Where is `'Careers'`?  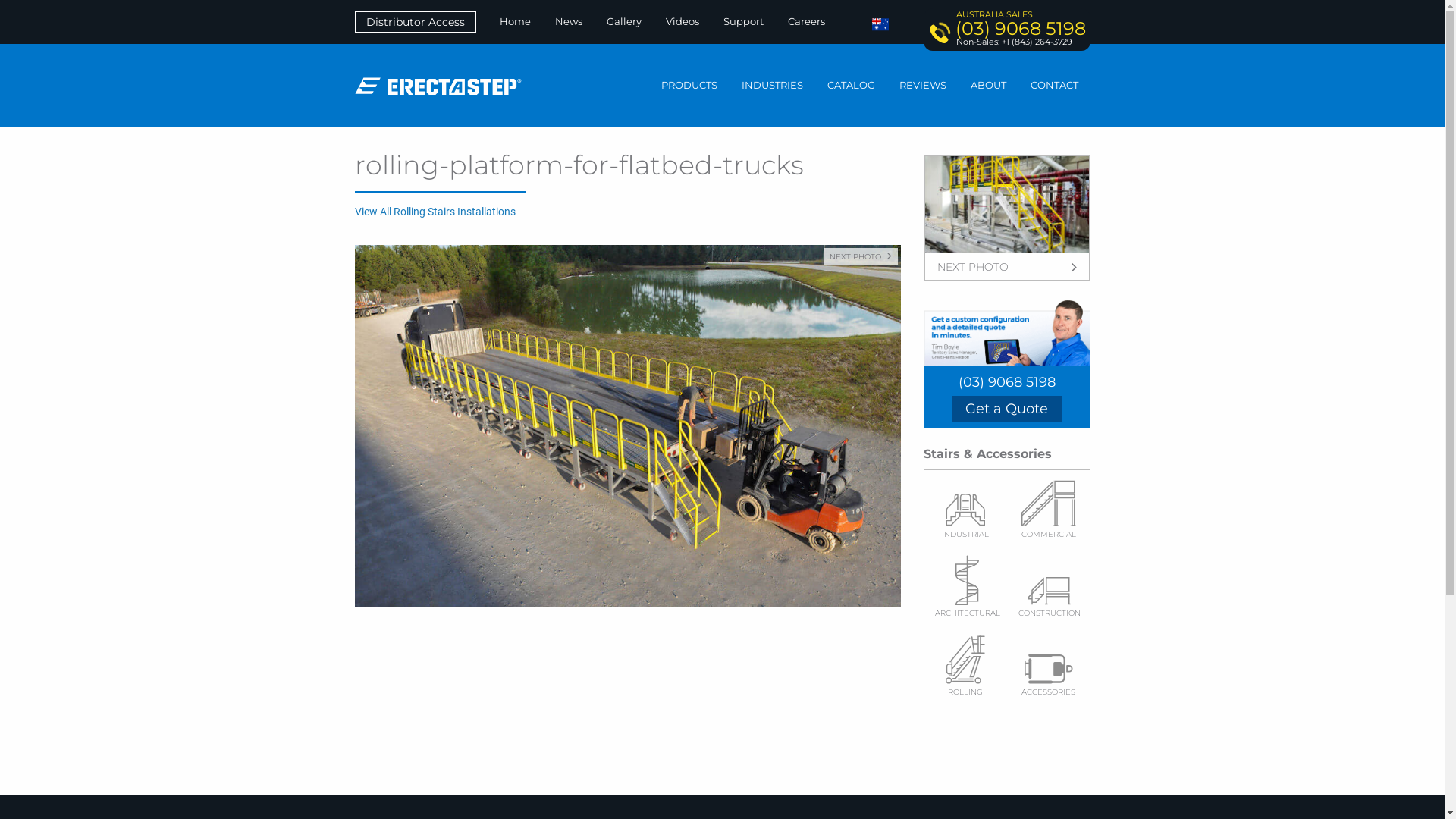 'Careers' is located at coordinates (805, 21).